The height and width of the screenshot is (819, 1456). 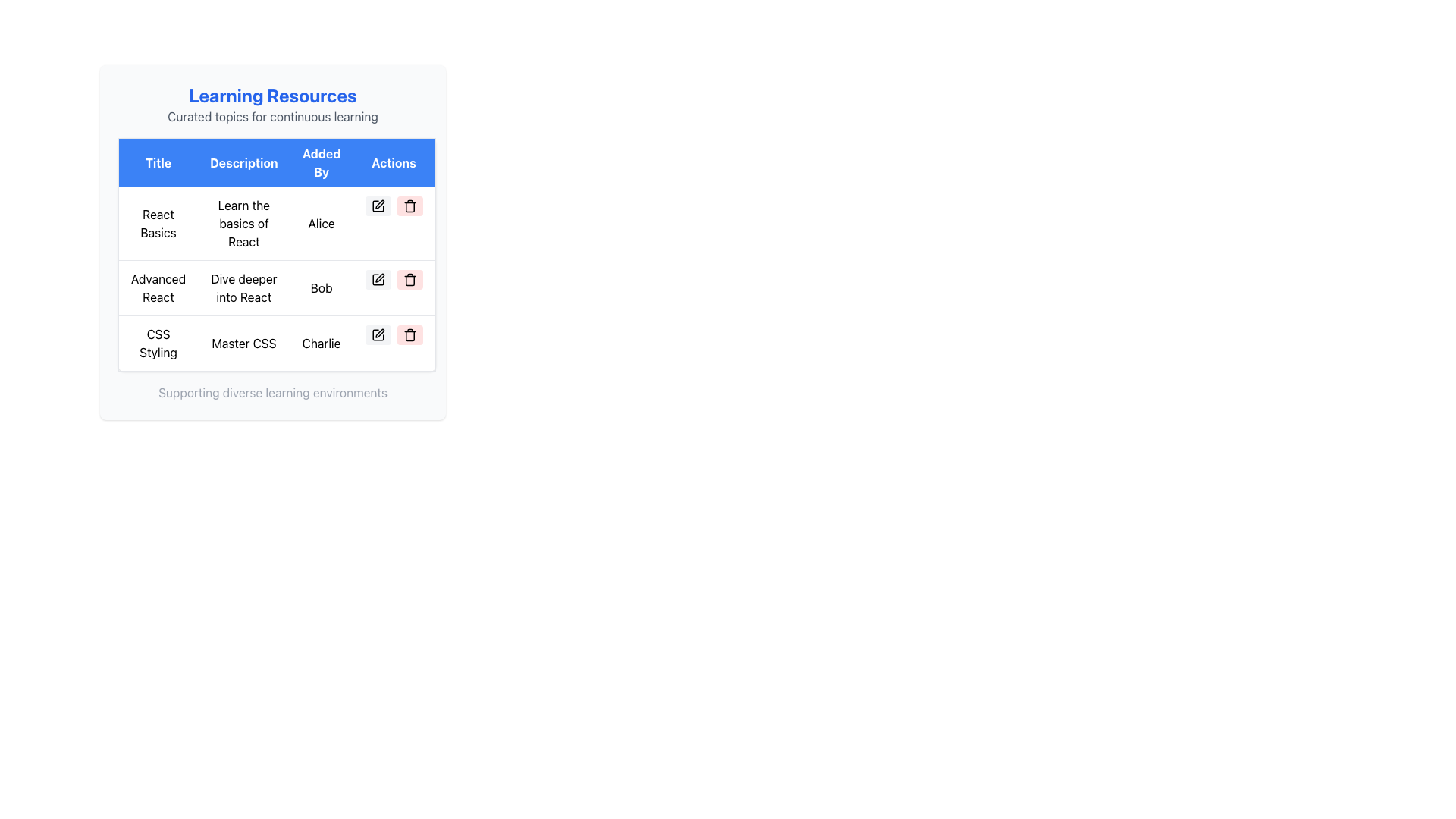 I want to click on the text label displaying 'Alice' located in the 'Added By' column of the 'Learning Resources' table for the 'React Basics' topic, so click(x=321, y=224).